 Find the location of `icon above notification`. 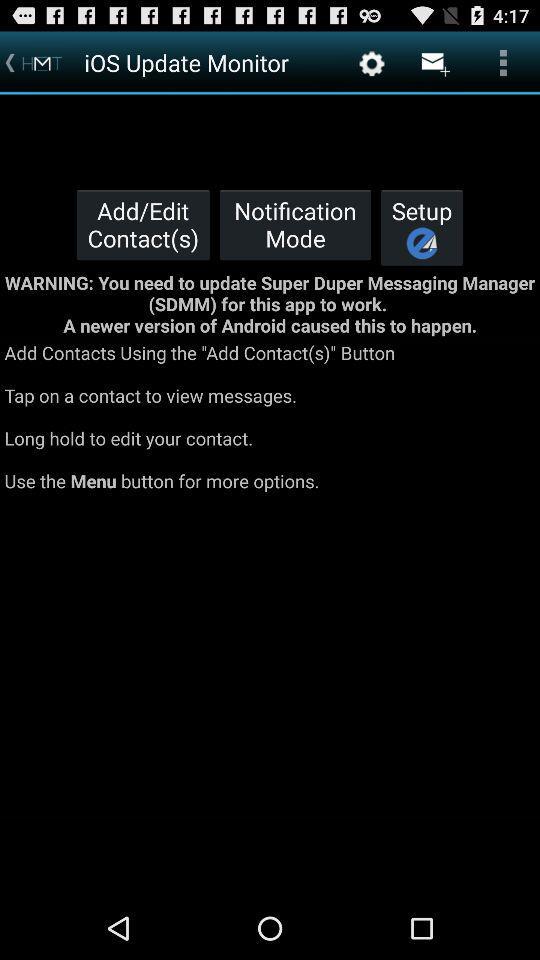

icon above notification is located at coordinates (372, 62).